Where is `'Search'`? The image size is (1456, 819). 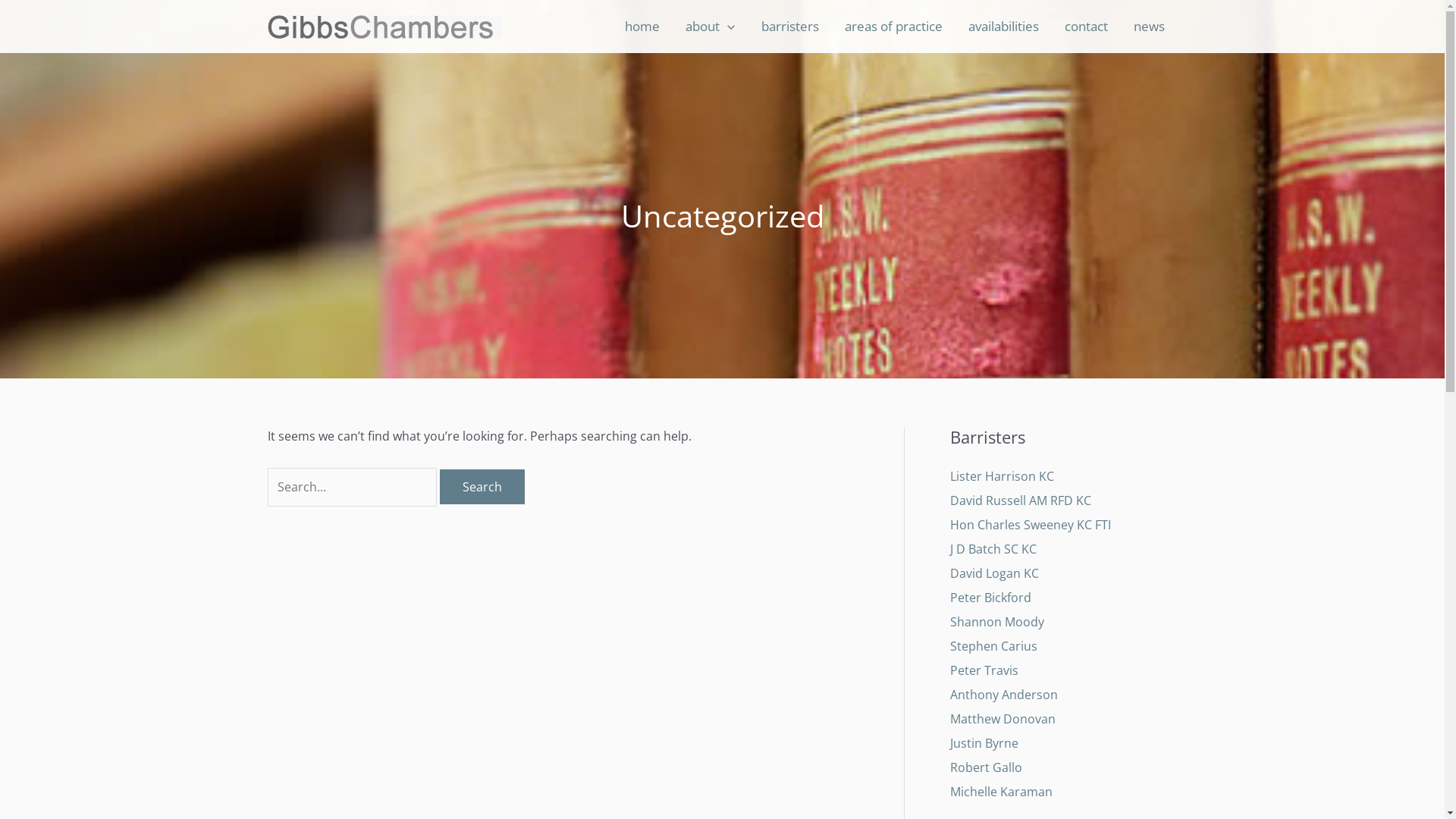
'Search' is located at coordinates (481, 486).